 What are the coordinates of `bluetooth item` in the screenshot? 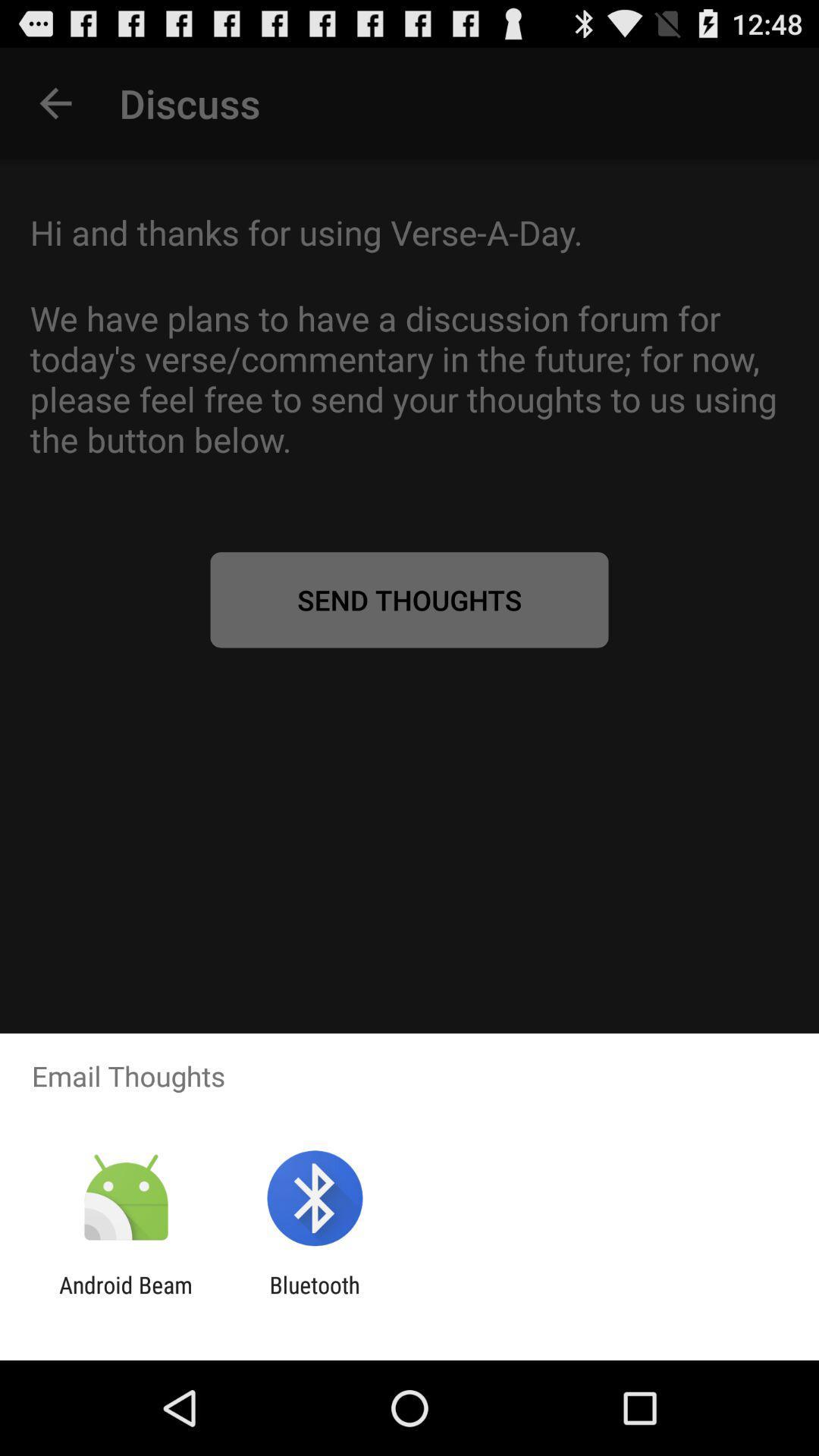 It's located at (314, 1298).